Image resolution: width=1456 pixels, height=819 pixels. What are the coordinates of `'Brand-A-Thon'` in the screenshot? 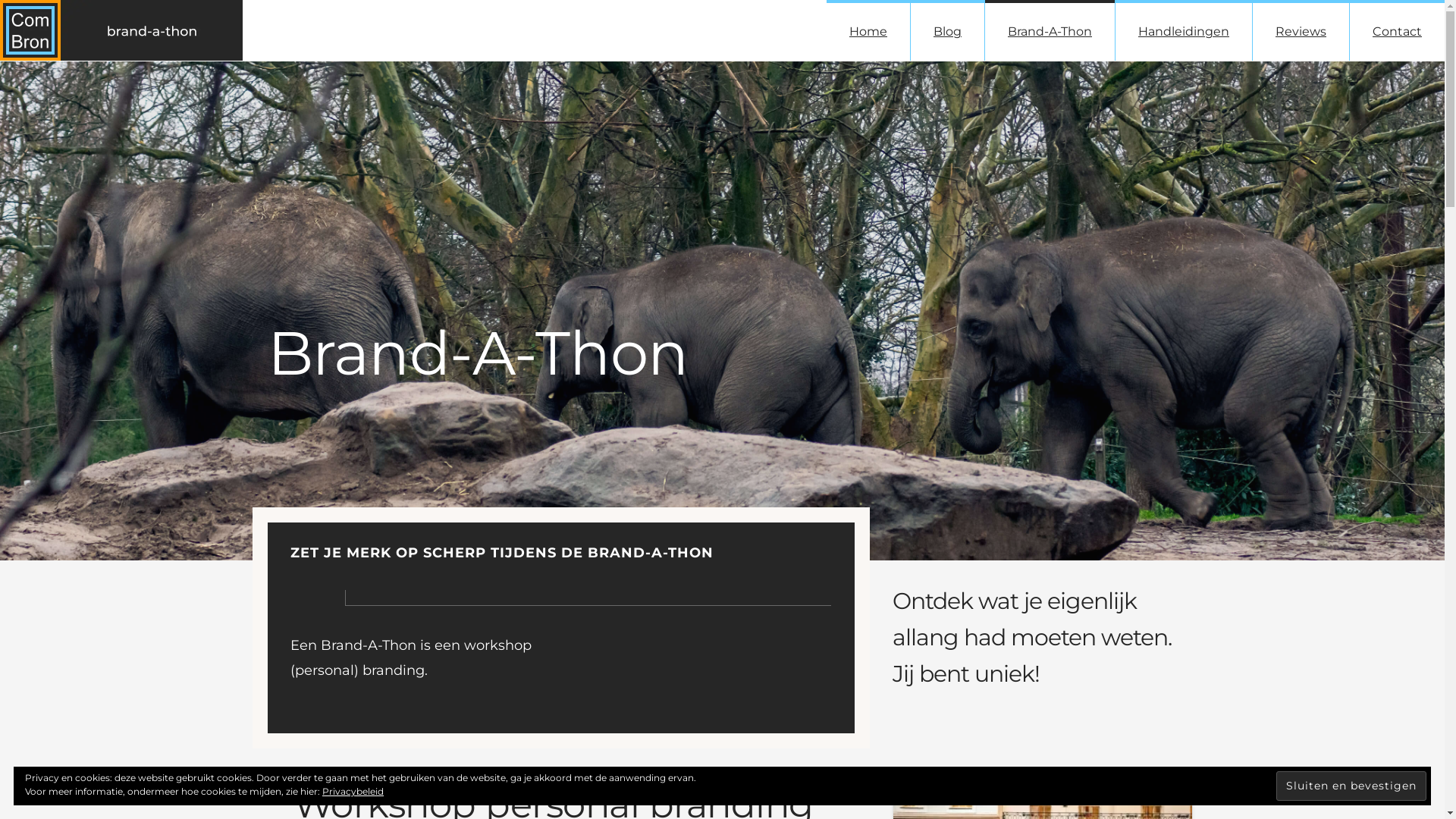 It's located at (1049, 30).